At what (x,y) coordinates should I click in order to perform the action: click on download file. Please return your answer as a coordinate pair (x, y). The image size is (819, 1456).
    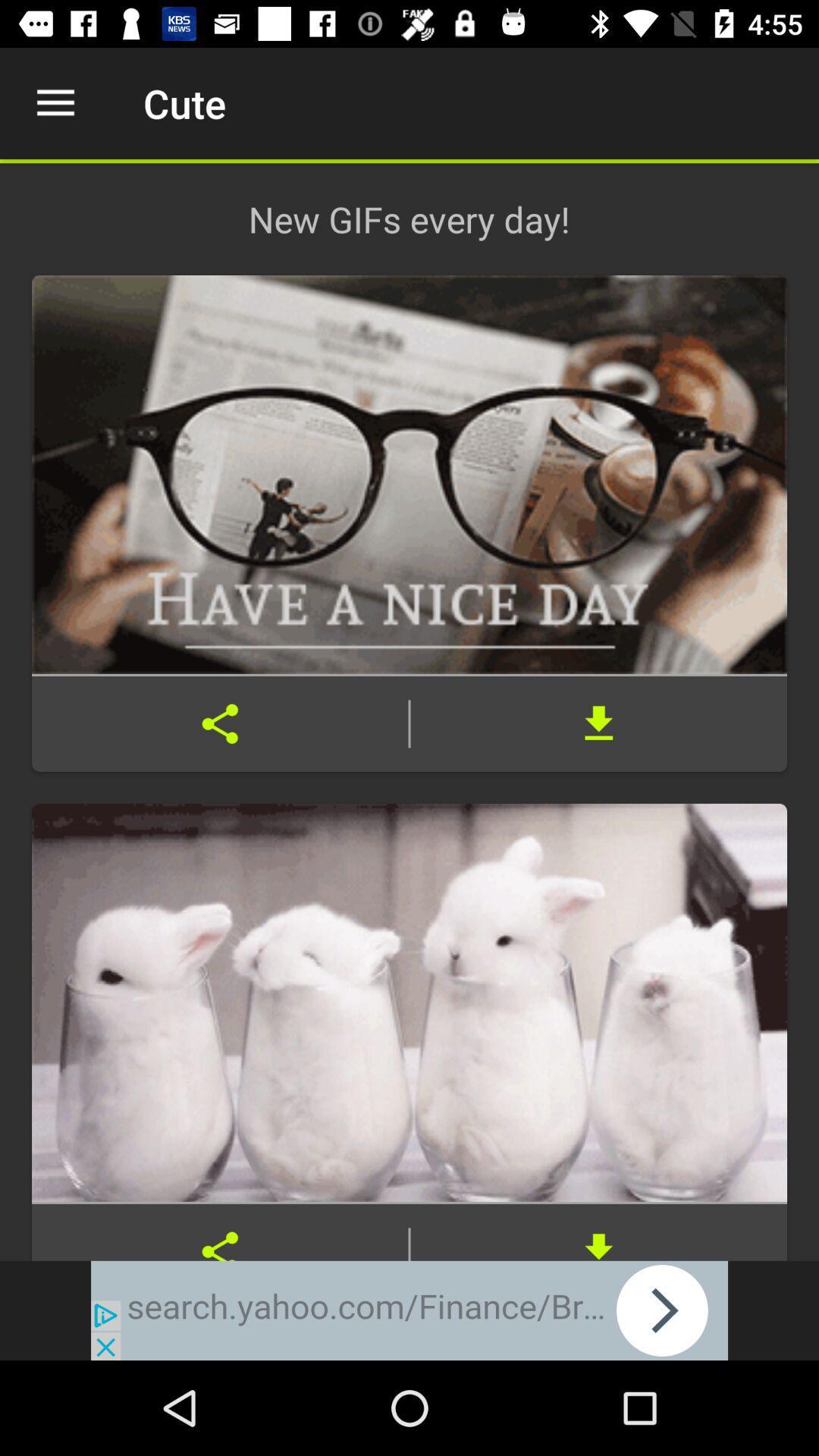
    Looking at the image, I should click on (598, 1232).